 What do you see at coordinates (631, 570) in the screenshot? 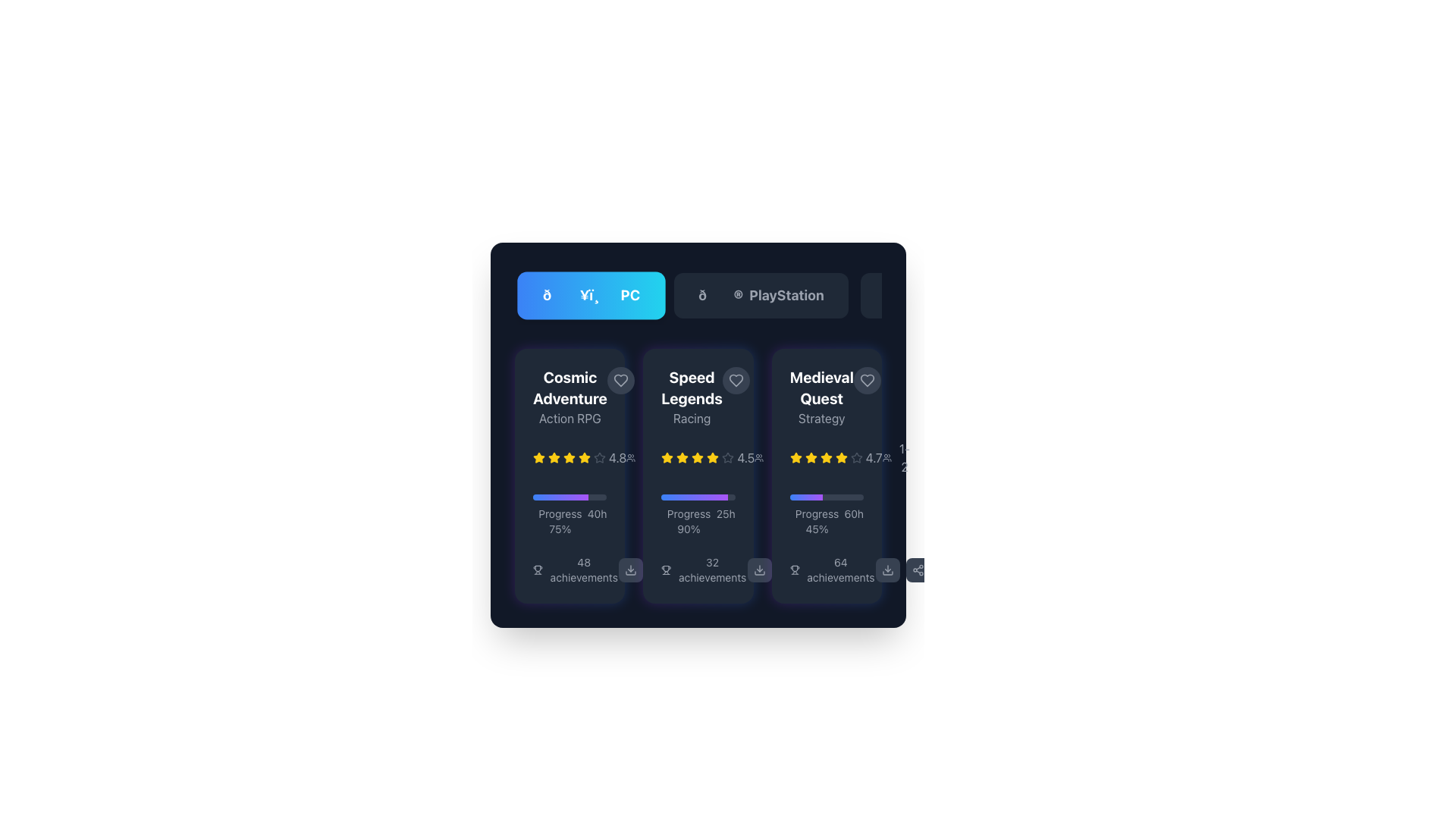
I see `the download icon, which features a downward arrow within a rectangular base, located at the rightmost edge of the interactive button on the second game card` at bounding box center [631, 570].